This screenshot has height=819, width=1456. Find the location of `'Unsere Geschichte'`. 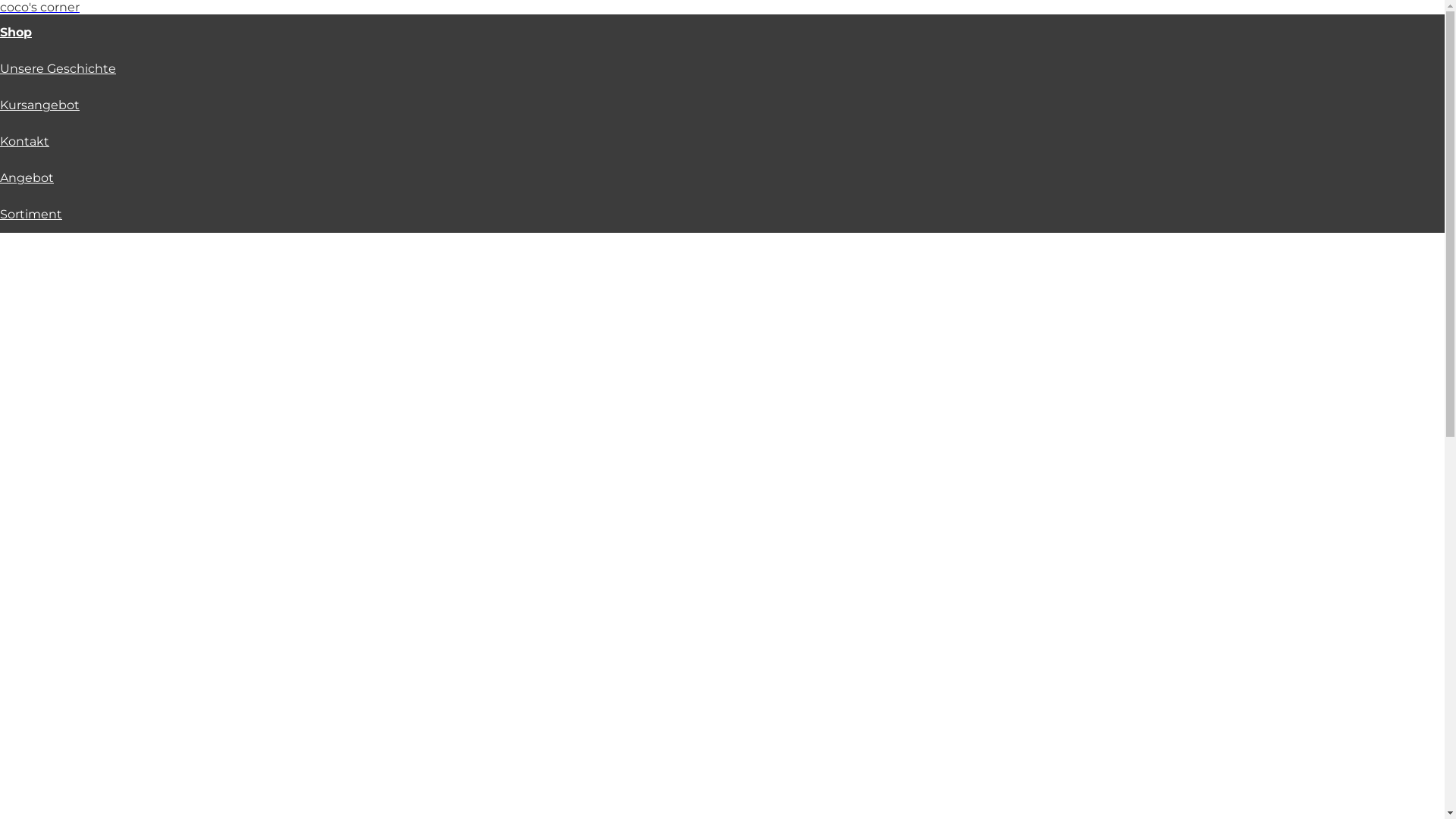

'Unsere Geschichte' is located at coordinates (58, 68).